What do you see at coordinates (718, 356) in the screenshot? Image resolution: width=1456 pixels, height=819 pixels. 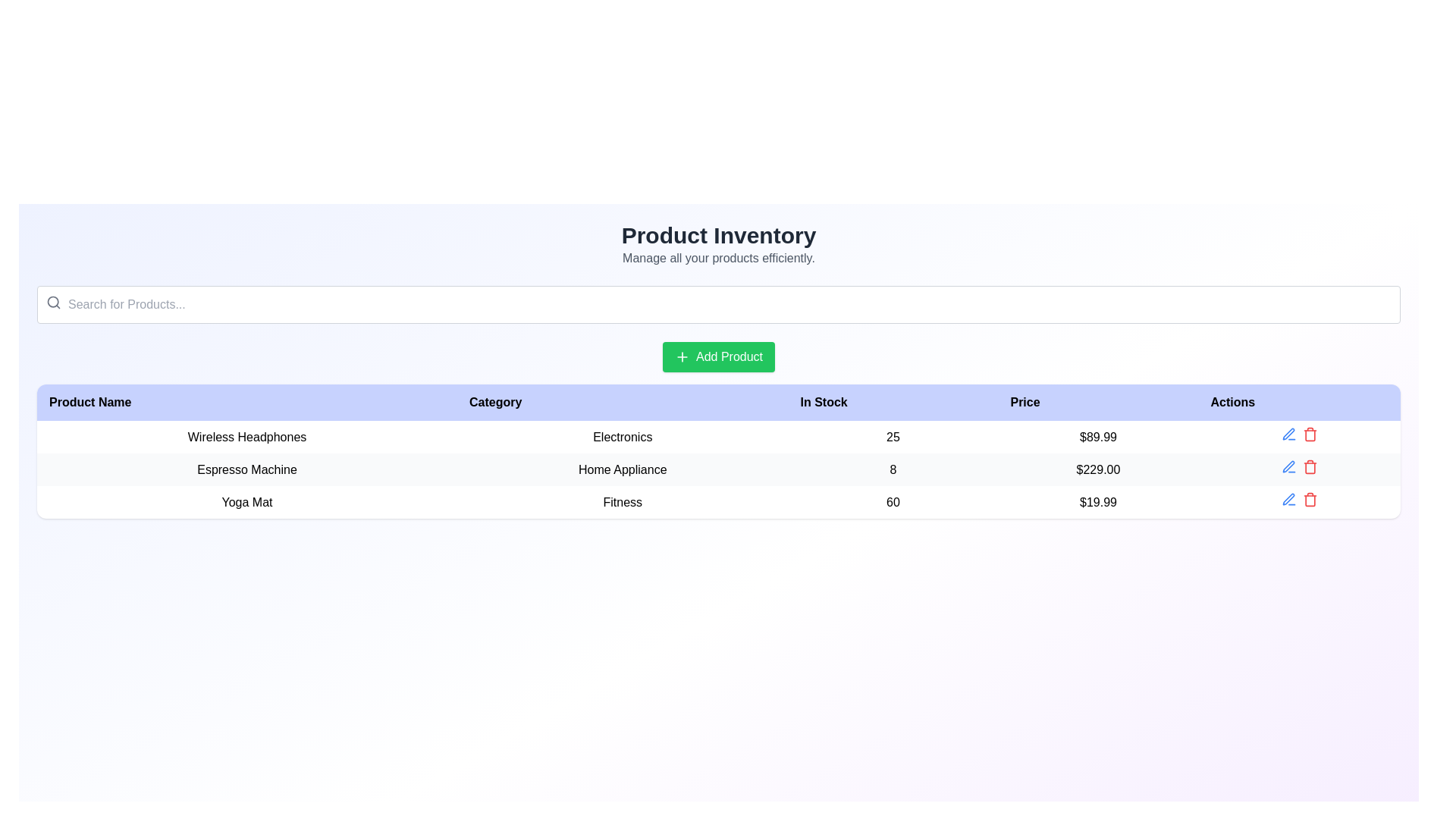 I see `the green 'Add Product' button with rounded corners, which is centrally located between the 'Product Inventory' header and the product table, to initiate adding a product` at bounding box center [718, 356].